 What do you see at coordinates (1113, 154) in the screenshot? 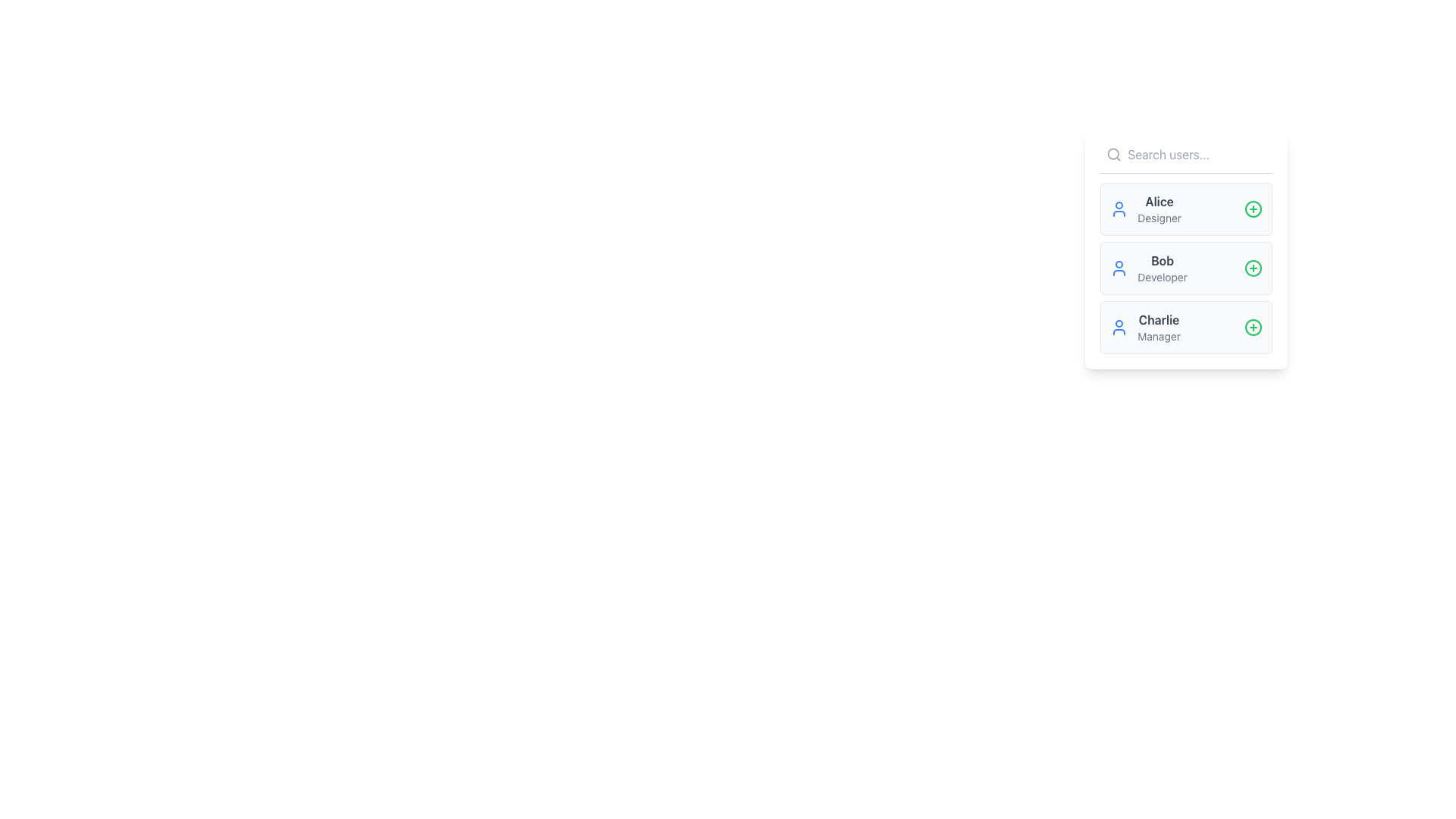
I see `the circular grey lens of the magnifying glass icon located in the search bar area next to the 'Search users...' placeholder text` at bounding box center [1113, 154].